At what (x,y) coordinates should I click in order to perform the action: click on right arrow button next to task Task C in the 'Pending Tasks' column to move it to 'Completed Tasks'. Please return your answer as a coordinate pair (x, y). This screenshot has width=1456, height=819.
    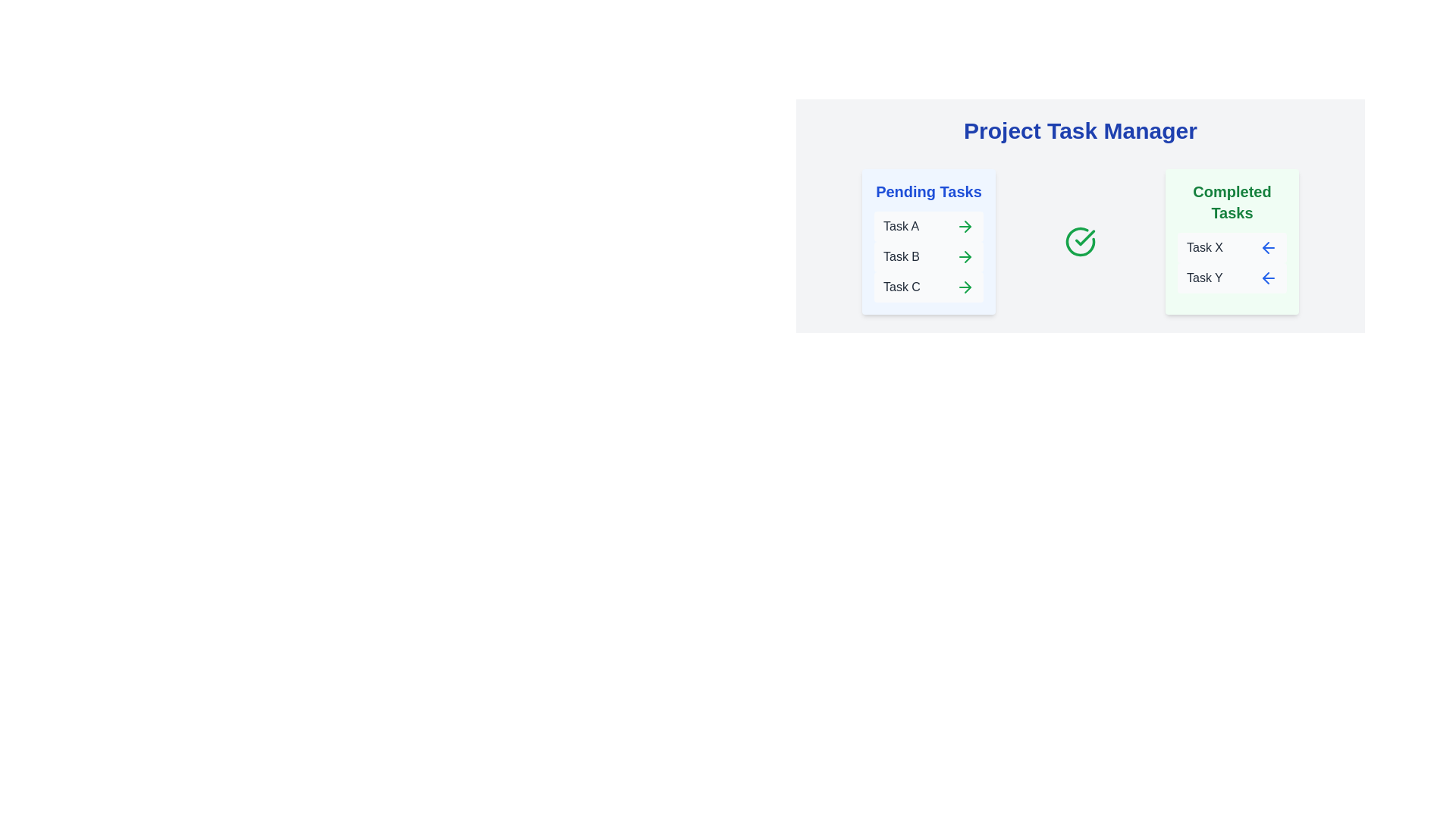
    Looking at the image, I should click on (964, 287).